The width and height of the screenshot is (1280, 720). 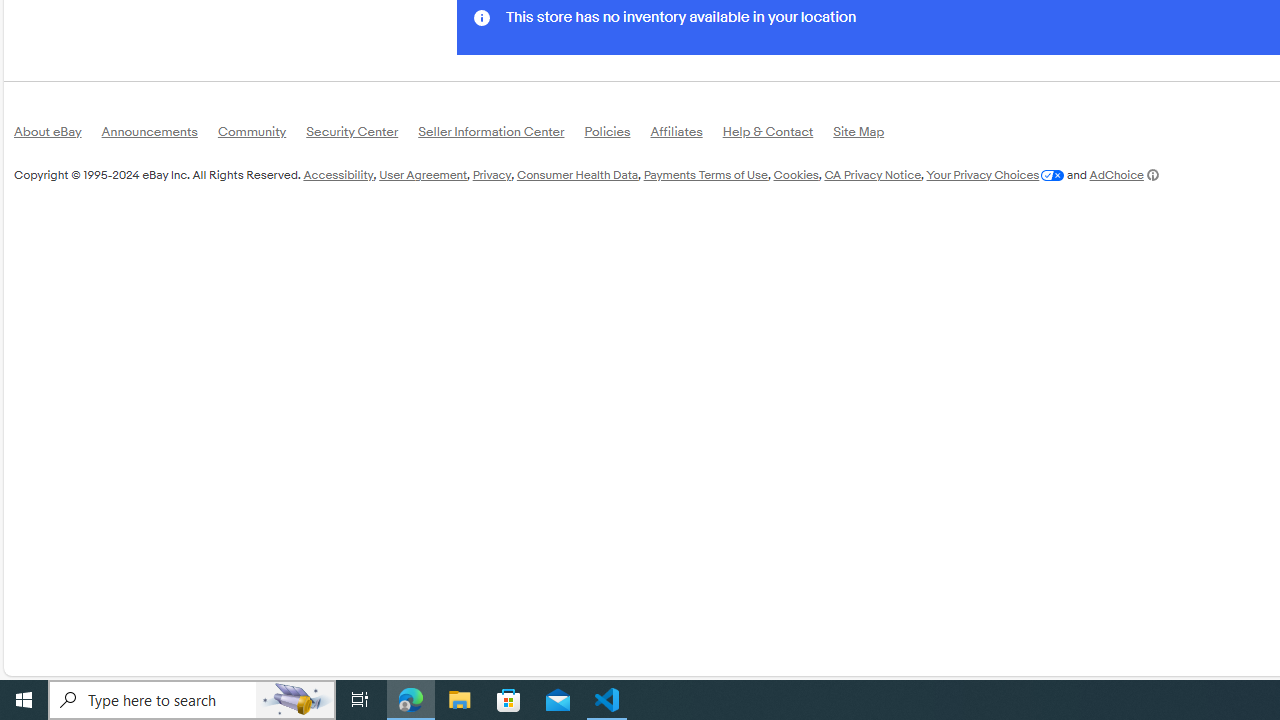 I want to click on 'Information', so click(x=481, y=17).